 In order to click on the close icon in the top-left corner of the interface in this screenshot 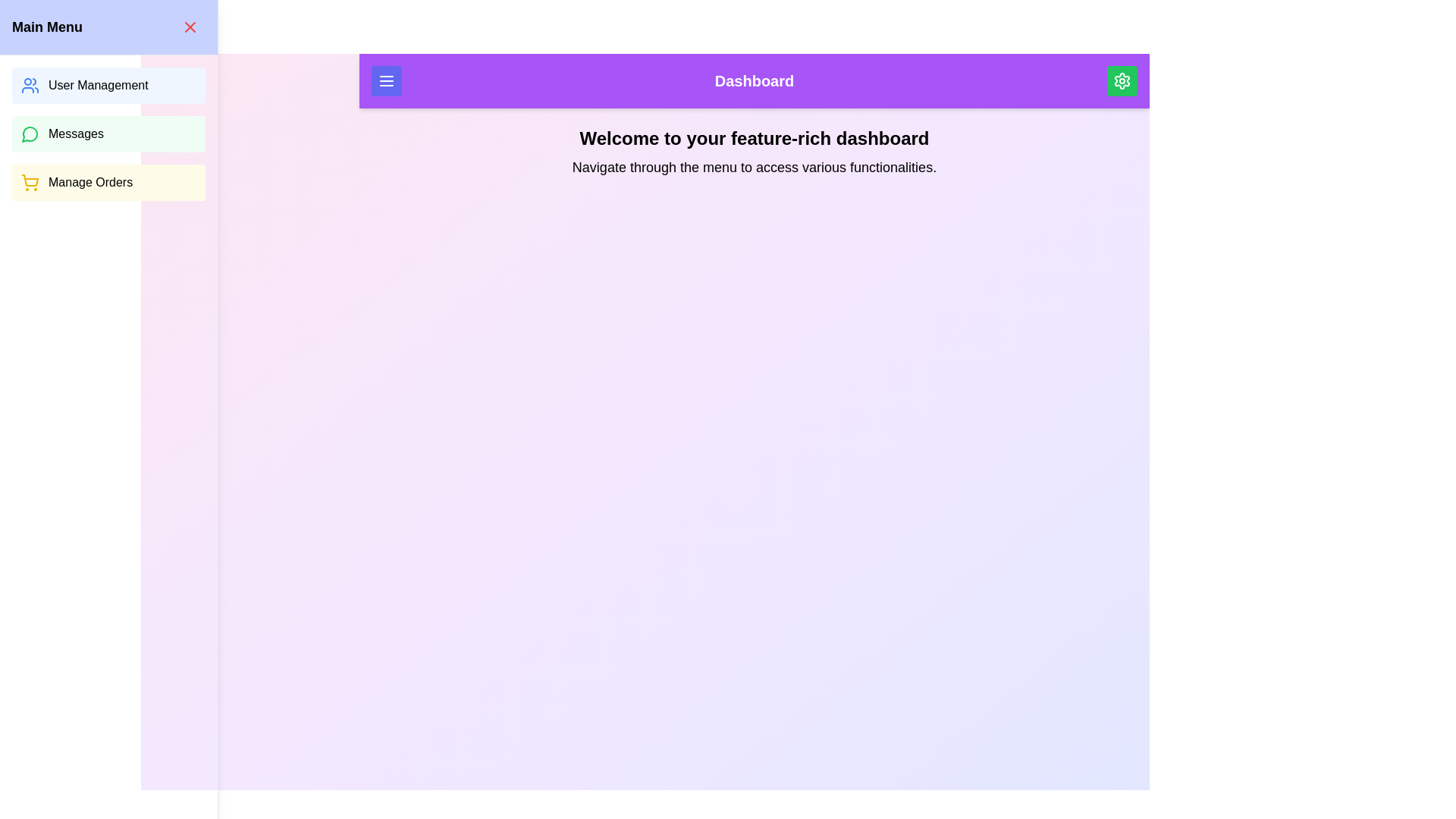, I will do `click(189, 27)`.